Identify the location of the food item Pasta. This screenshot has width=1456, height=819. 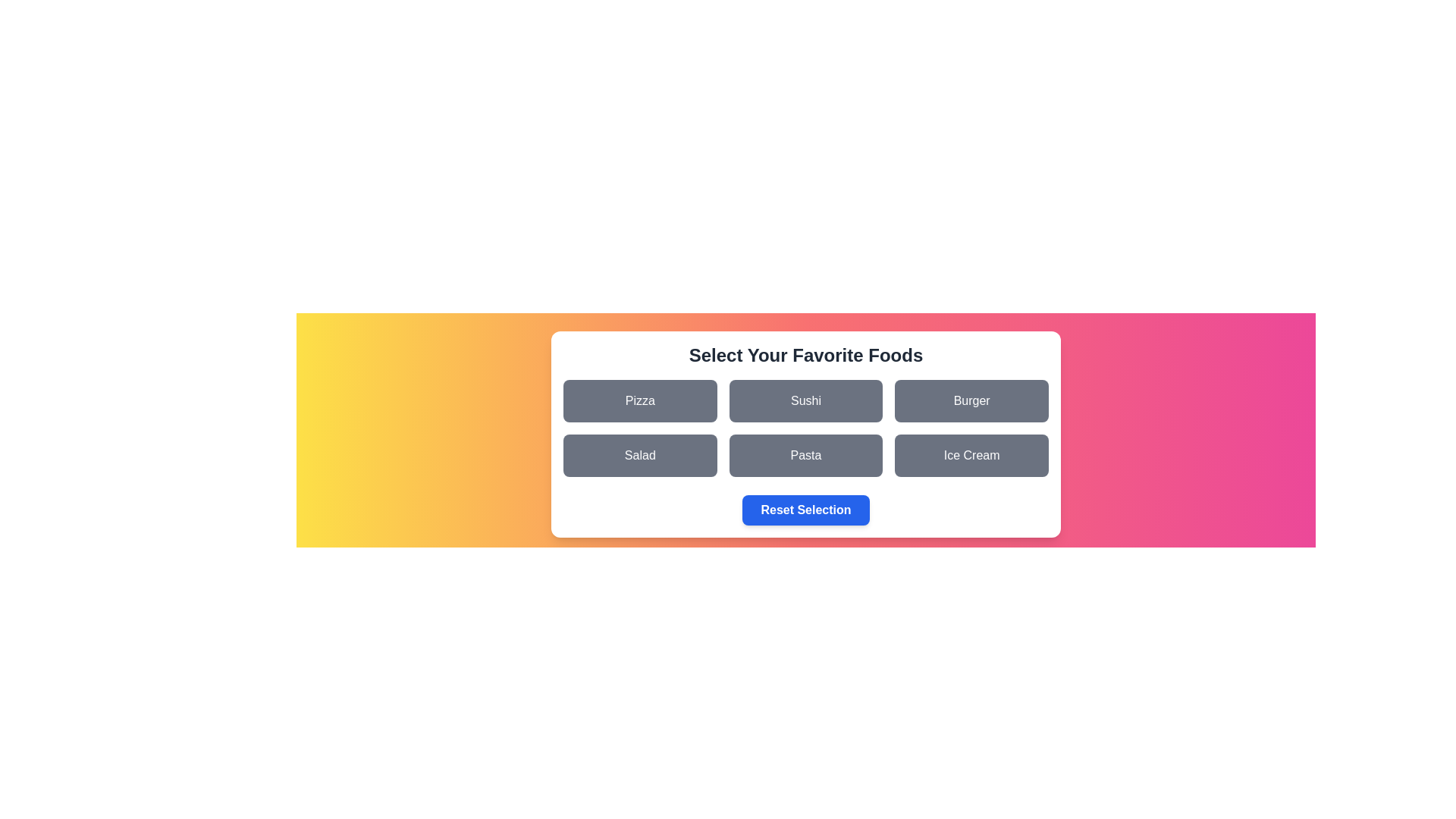
(805, 455).